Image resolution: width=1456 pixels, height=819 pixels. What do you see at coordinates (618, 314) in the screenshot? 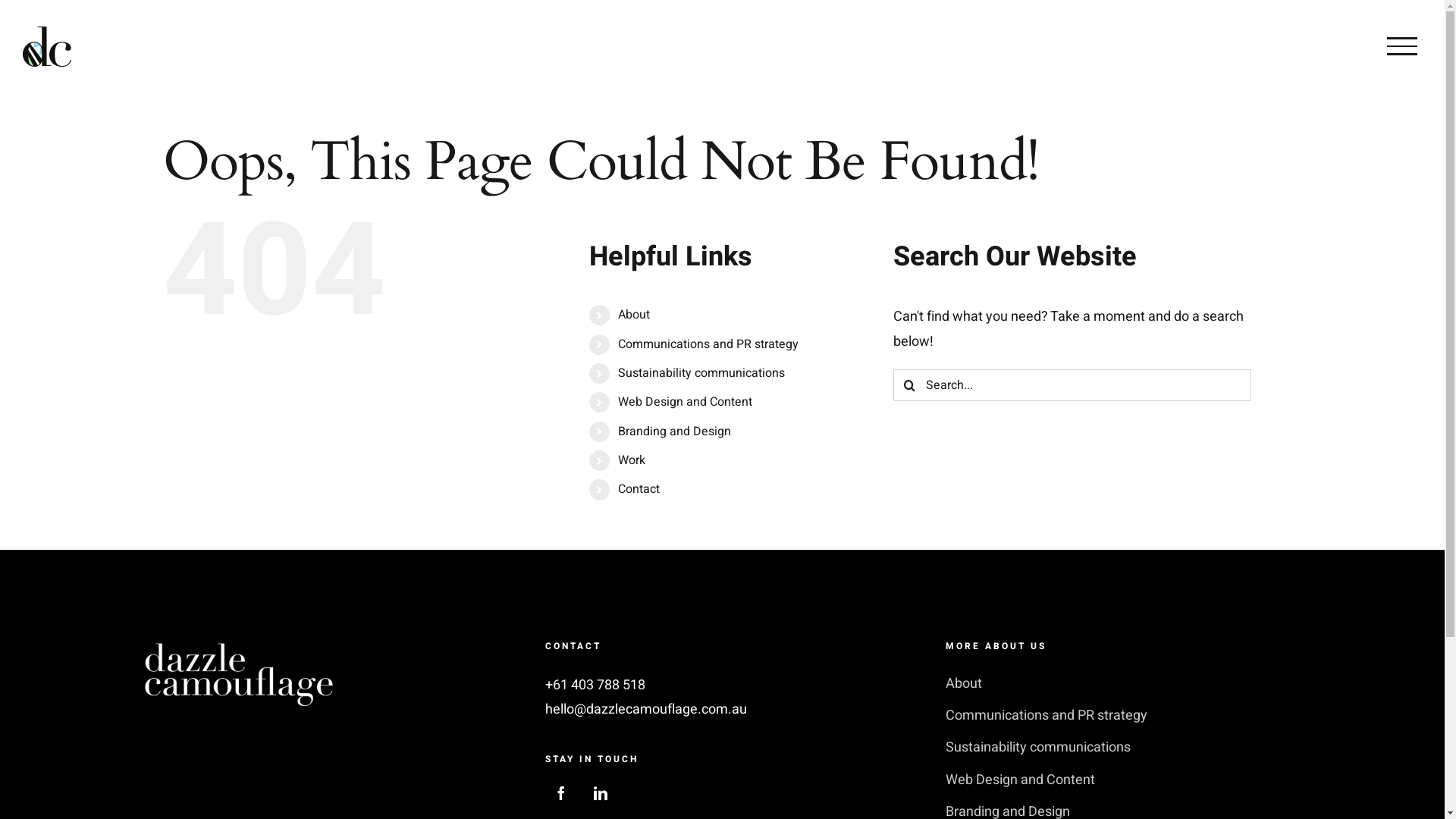
I see `'About'` at bounding box center [618, 314].